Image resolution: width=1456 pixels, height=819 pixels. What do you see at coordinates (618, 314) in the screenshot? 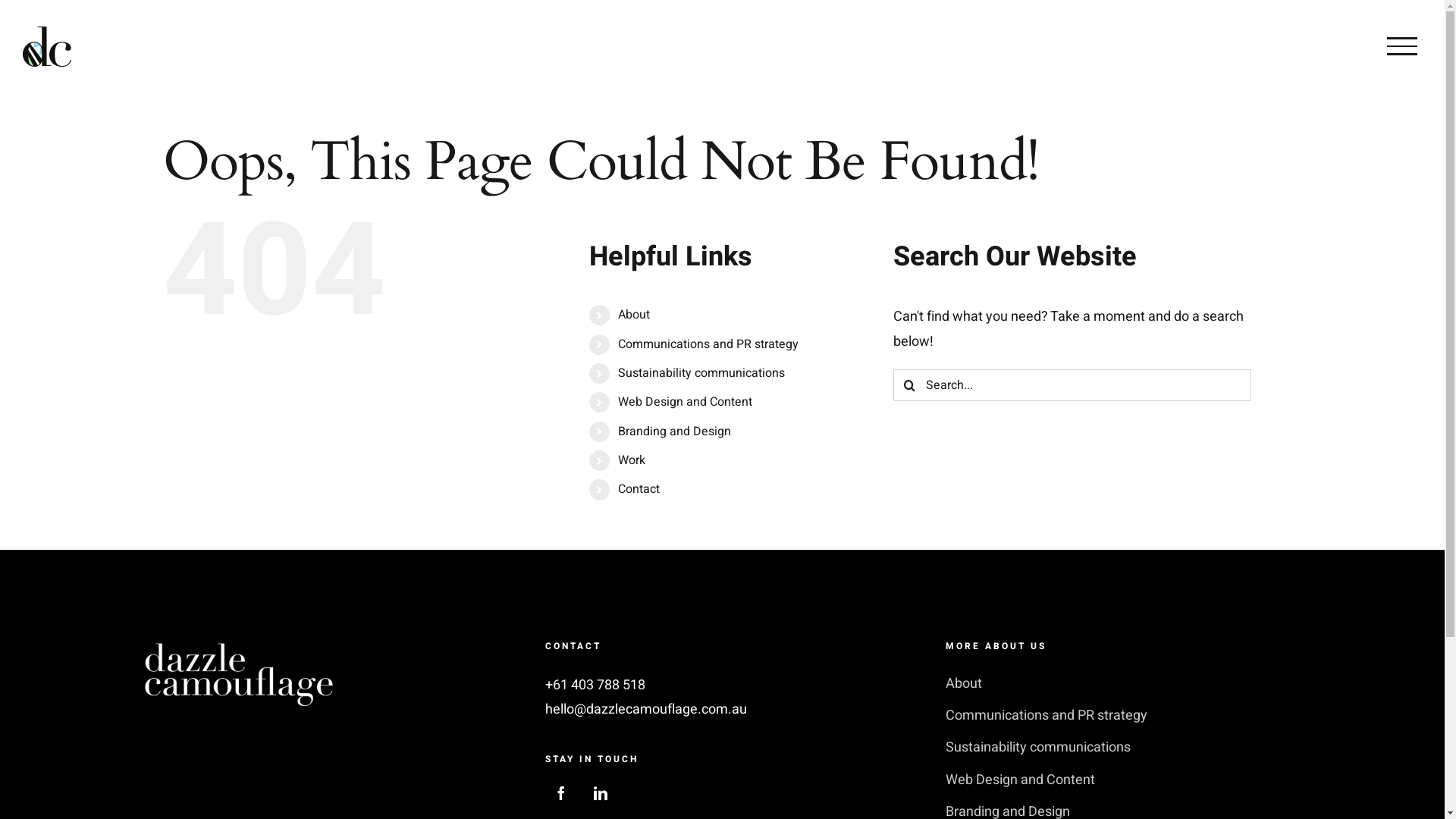
I see `'About'` at bounding box center [618, 314].